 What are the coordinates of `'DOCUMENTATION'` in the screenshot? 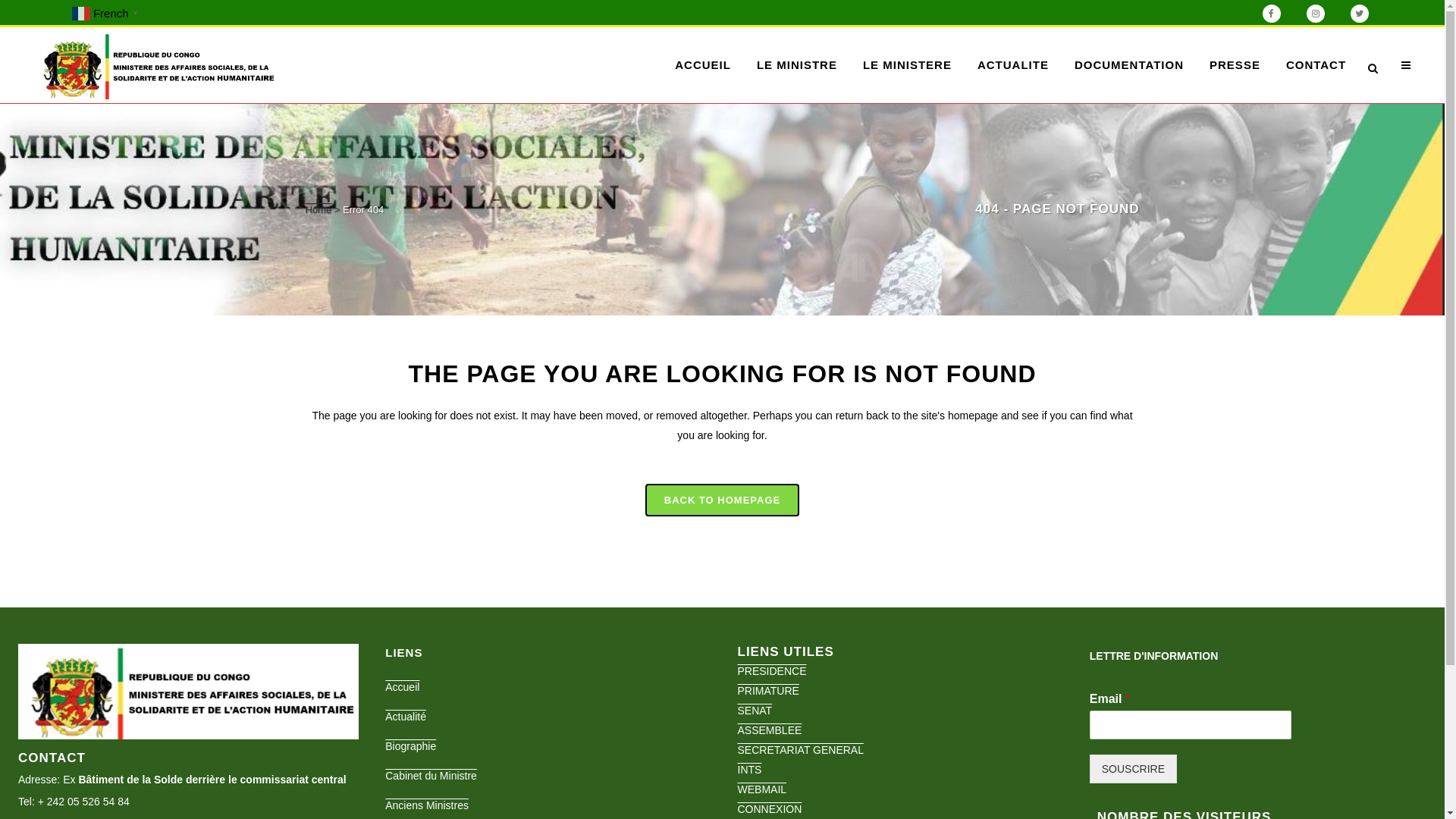 It's located at (1128, 64).